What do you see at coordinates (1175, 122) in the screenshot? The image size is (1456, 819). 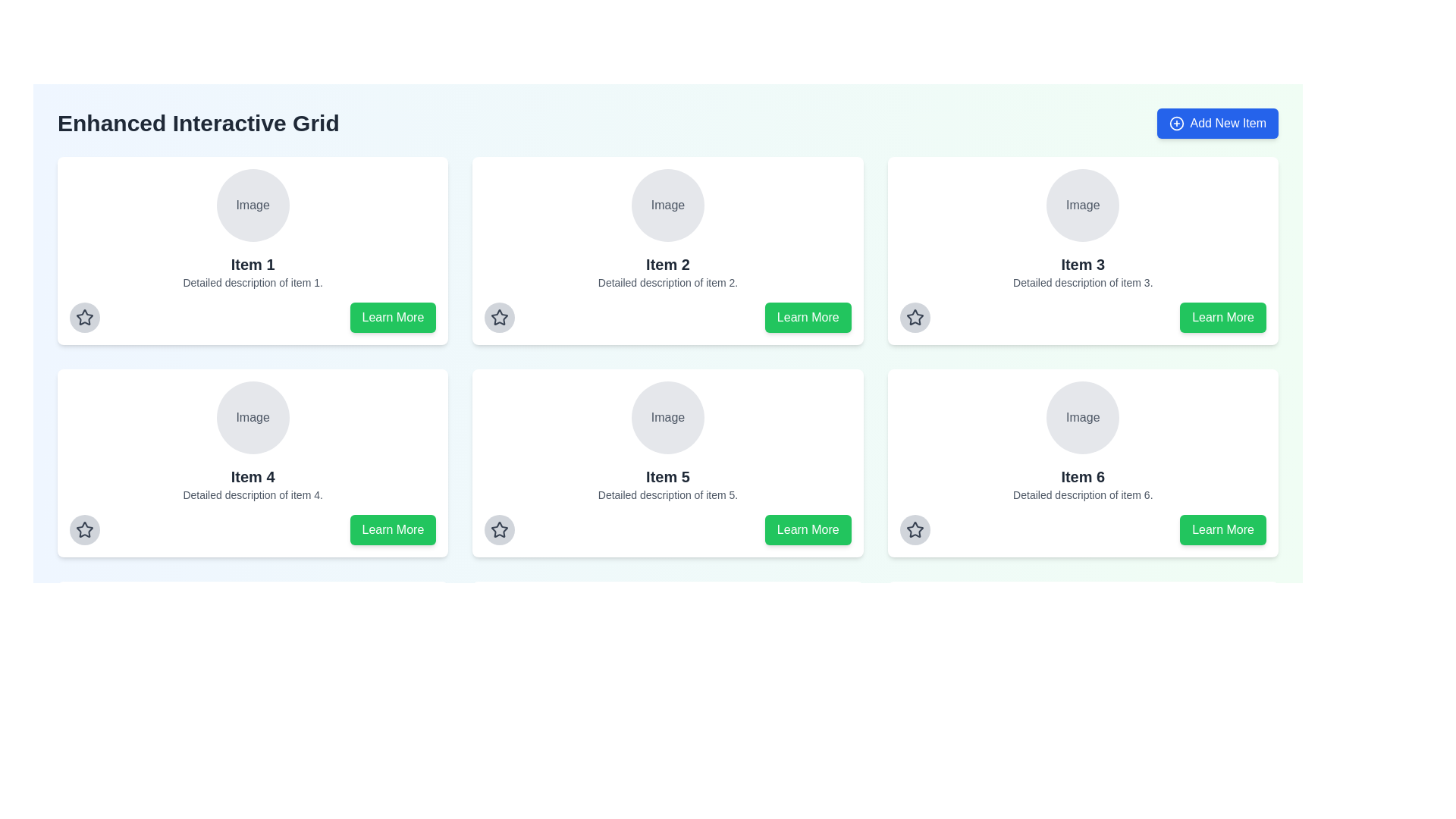 I see `the appearance of the icon within the blue button labeled 'Add New Item', which is located in the top-right corner of the interface` at bounding box center [1175, 122].